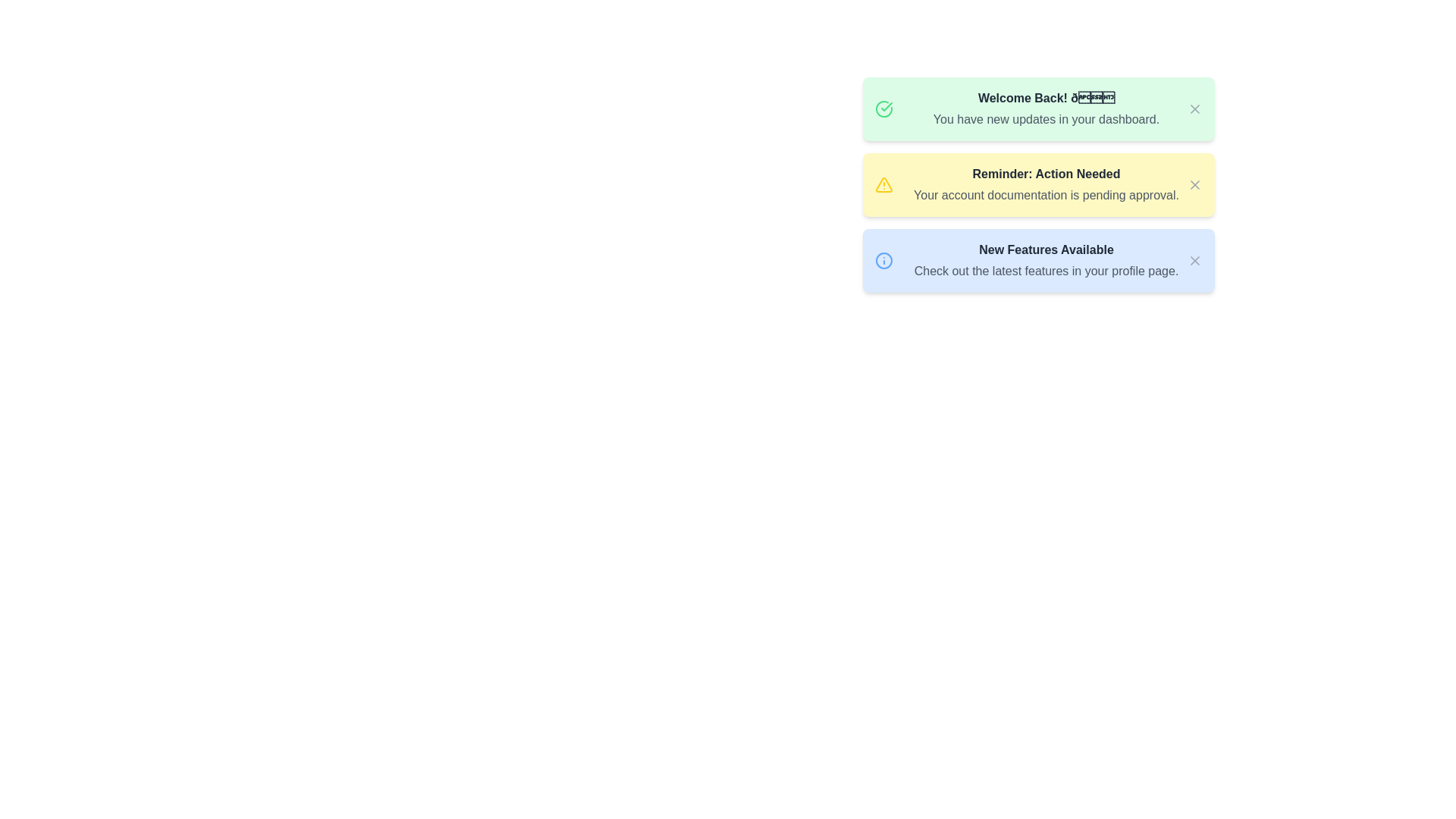 This screenshot has height=819, width=1456. What do you see at coordinates (1046, 108) in the screenshot?
I see `the text label that says 'Welcome Back! 🎉 You have new updates in your dashboard.' which is located in the center of a green notification card` at bounding box center [1046, 108].